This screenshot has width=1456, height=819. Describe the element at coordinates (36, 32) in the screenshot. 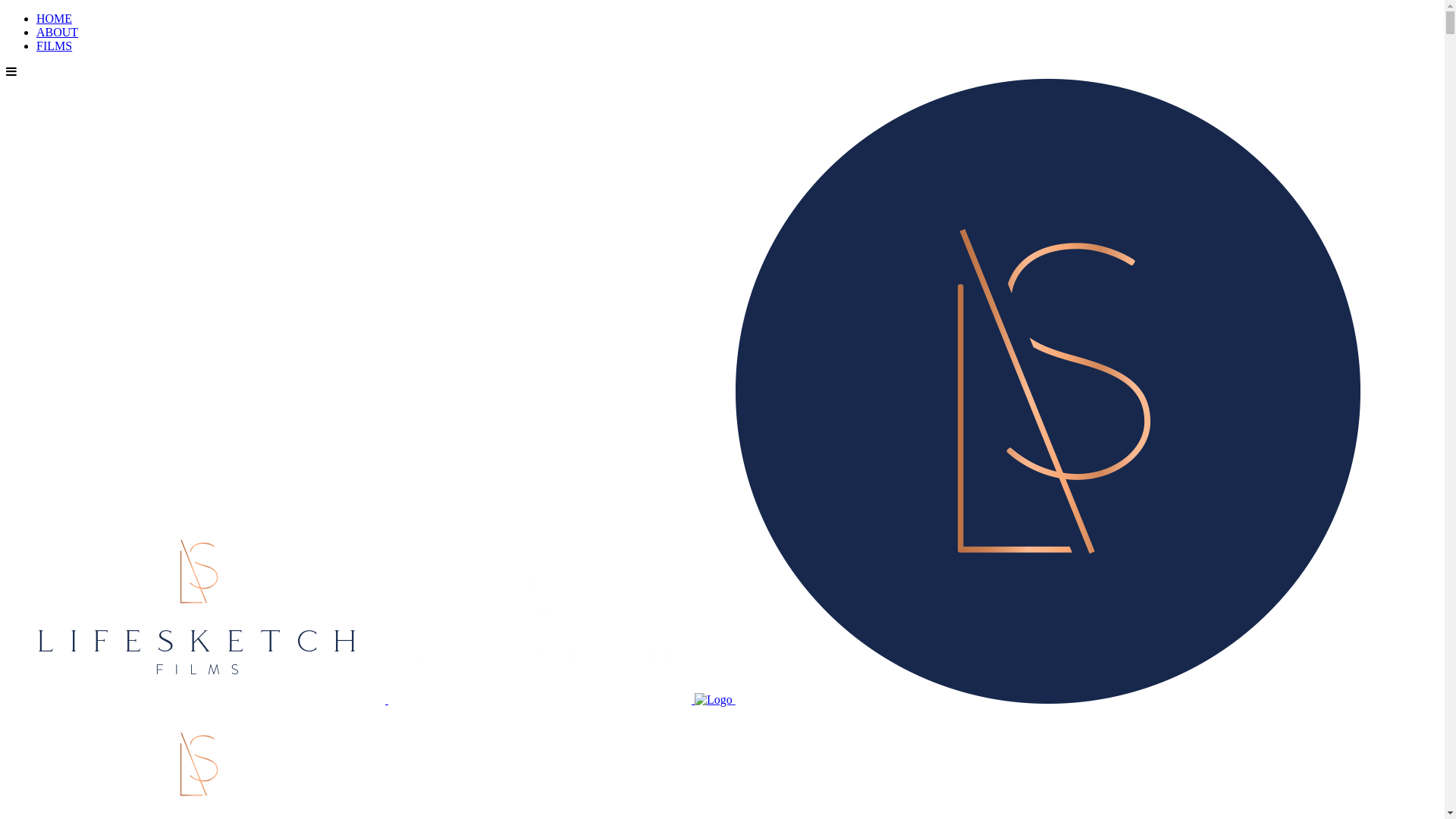

I see `'ABOUT'` at that location.